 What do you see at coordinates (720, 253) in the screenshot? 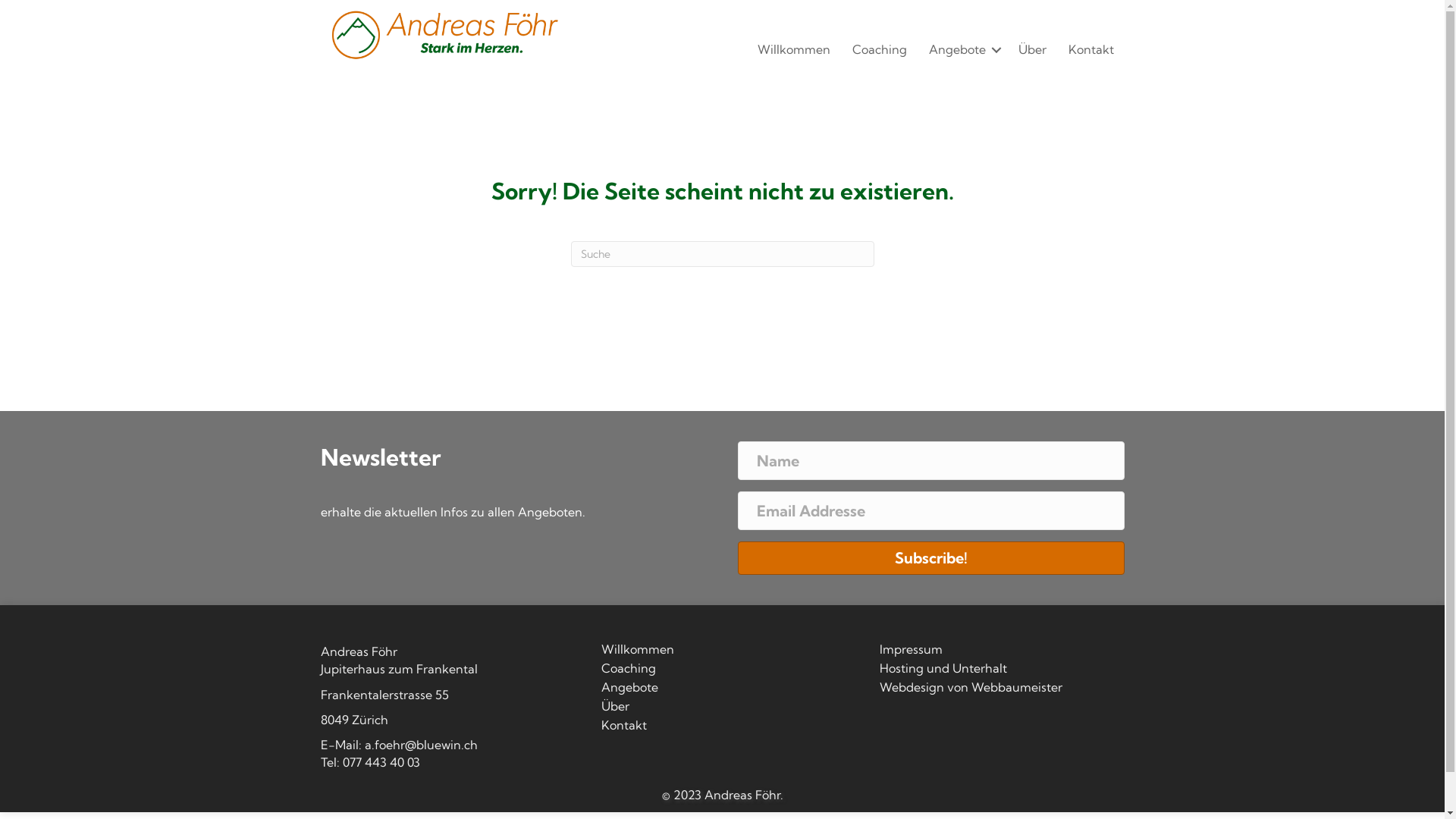
I see `'Suchbegriff hier eingeben ...'` at bounding box center [720, 253].